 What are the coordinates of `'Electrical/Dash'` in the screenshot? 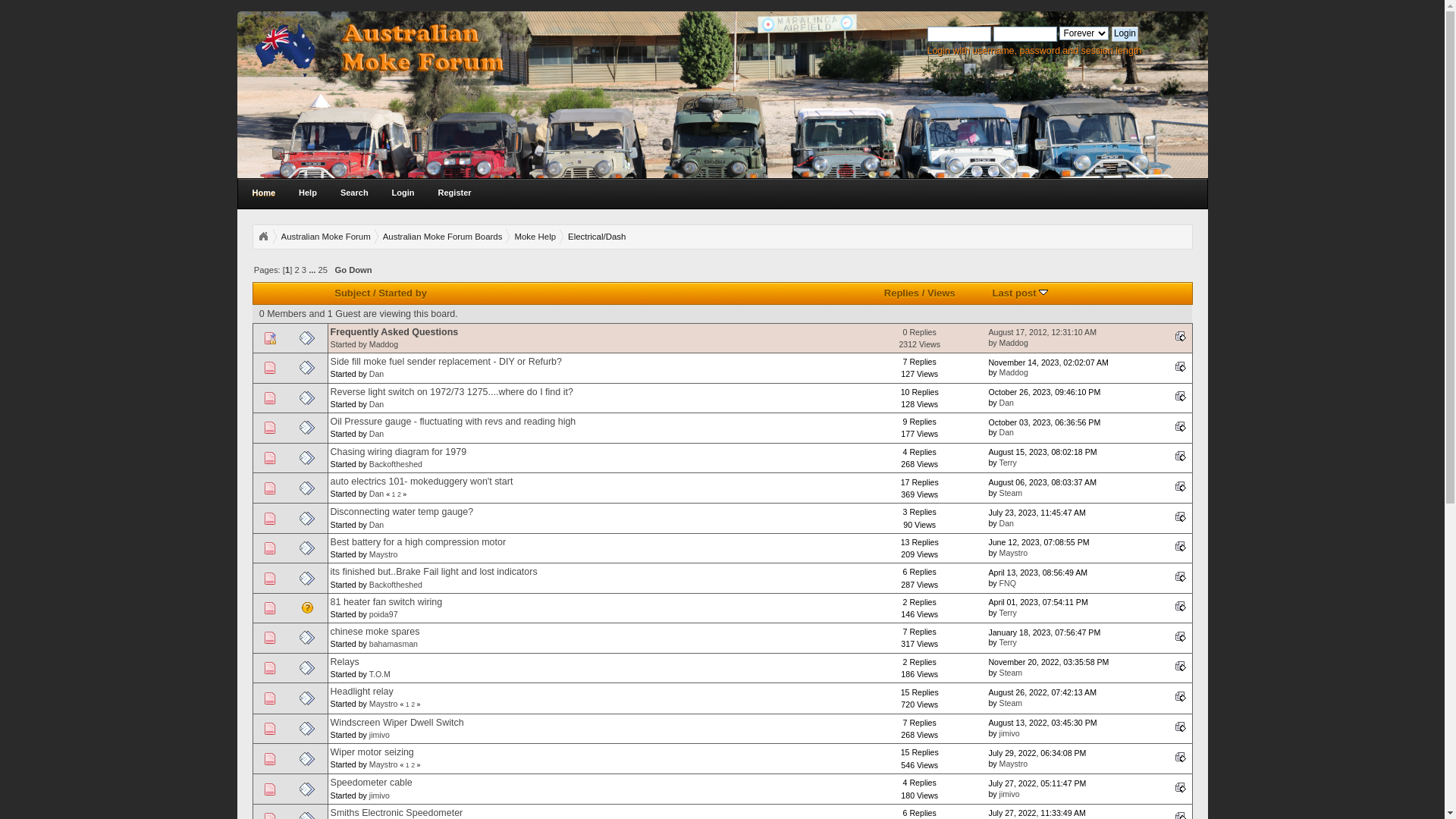 It's located at (566, 237).